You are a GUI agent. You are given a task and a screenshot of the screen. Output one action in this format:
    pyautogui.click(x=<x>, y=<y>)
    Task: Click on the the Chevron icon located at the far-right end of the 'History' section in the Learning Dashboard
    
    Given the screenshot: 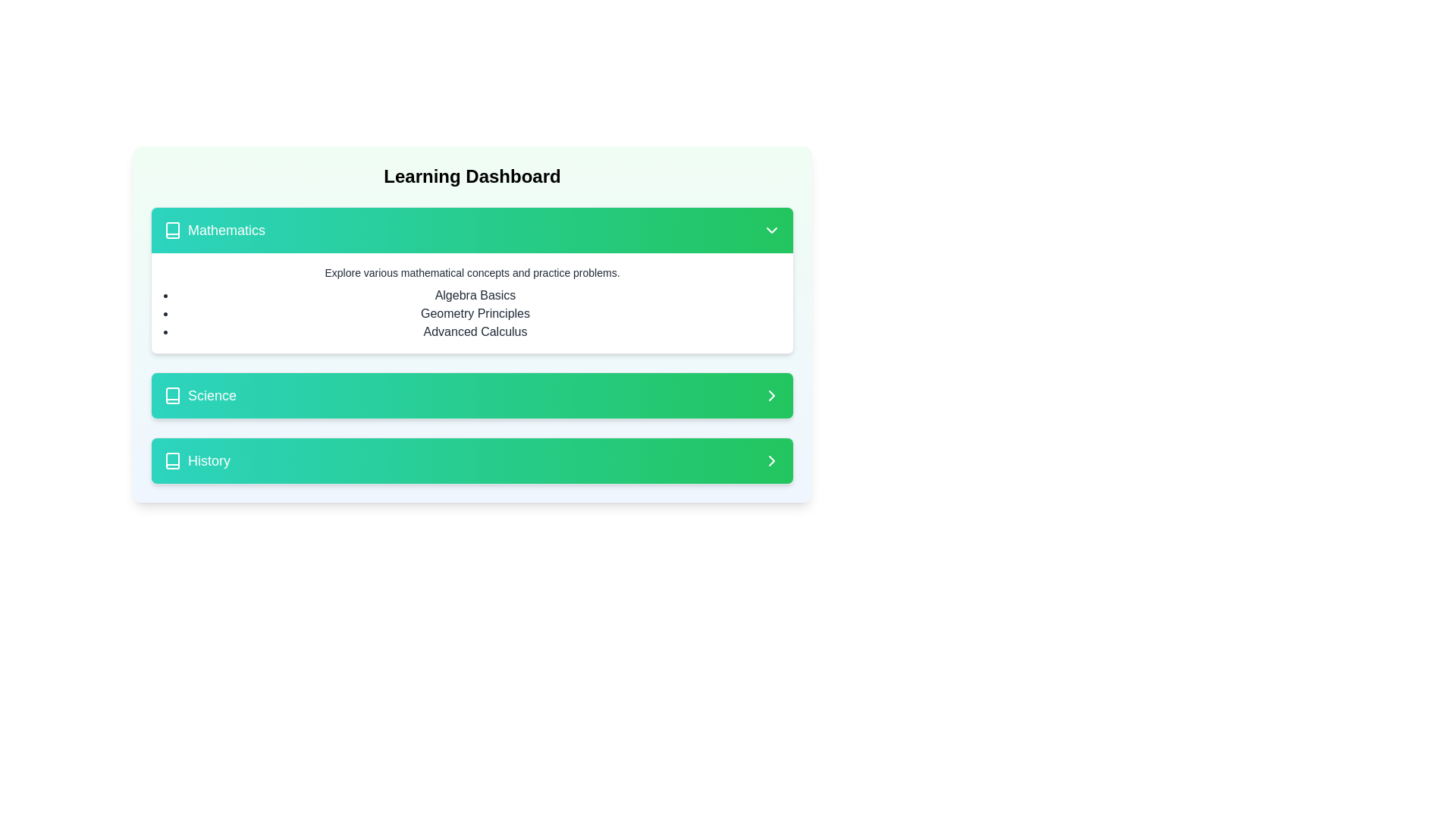 What is the action you would take?
    pyautogui.click(x=771, y=460)
    